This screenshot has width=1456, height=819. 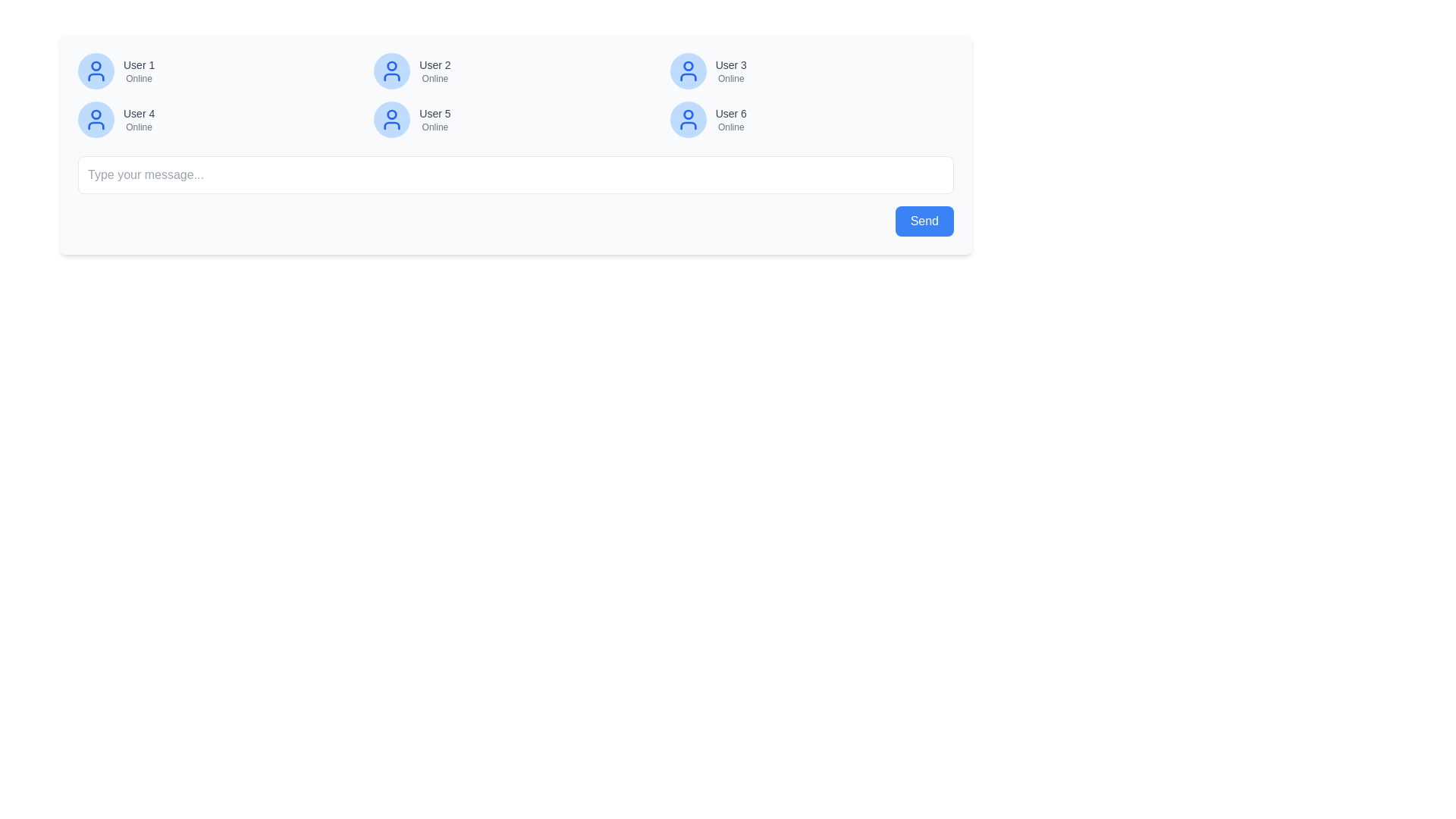 I want to click on the online status label indicating 'User 2' located in the second column of the user grid, so click(x=434, y=79).